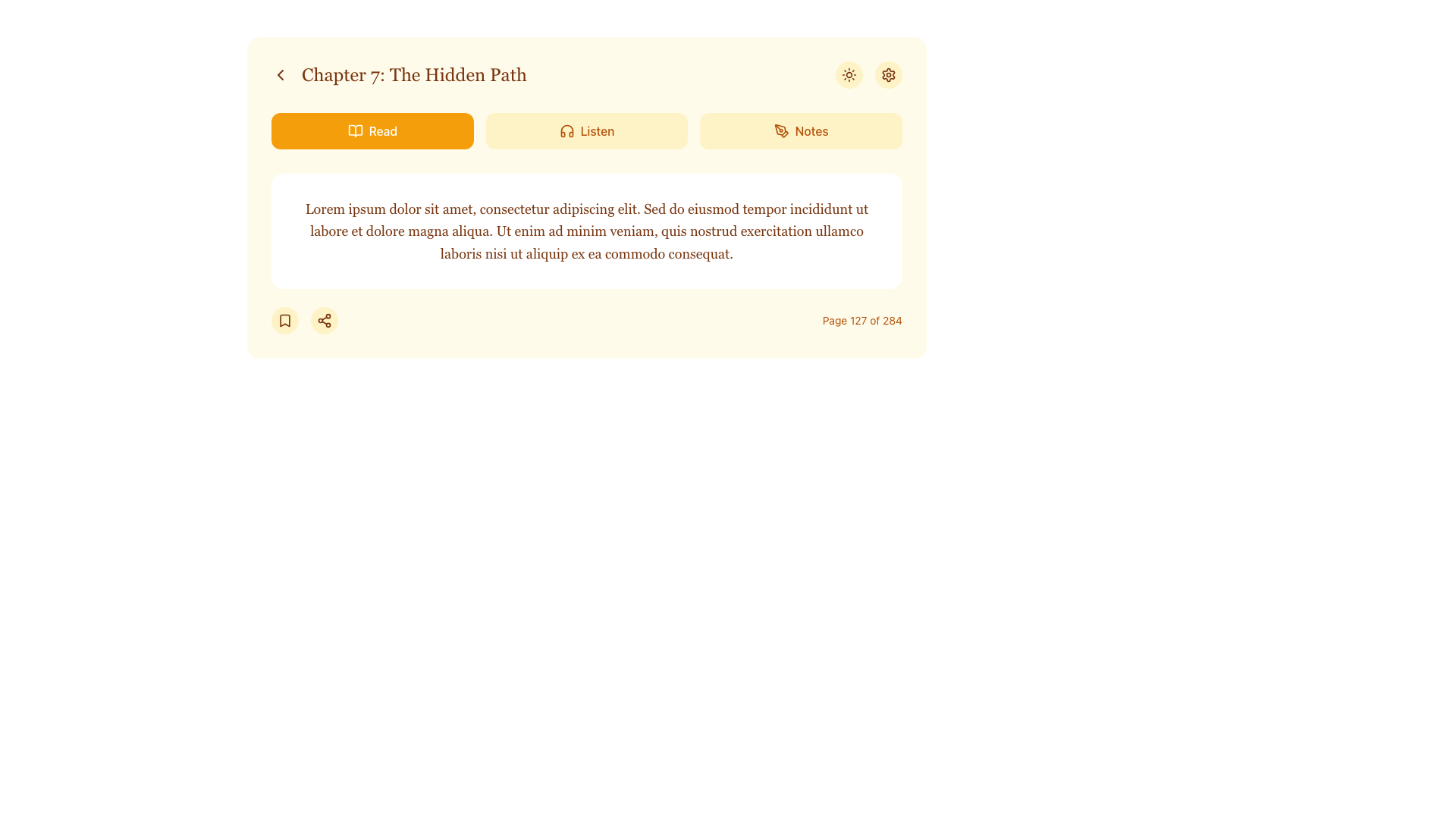 Image resolution: width=1456 pixels, height=819 pixels. What do you see at coordinates (284, 318) in the screenshot?
I see `the circular button with a bookmark icon` at bounding box center [284, 318].